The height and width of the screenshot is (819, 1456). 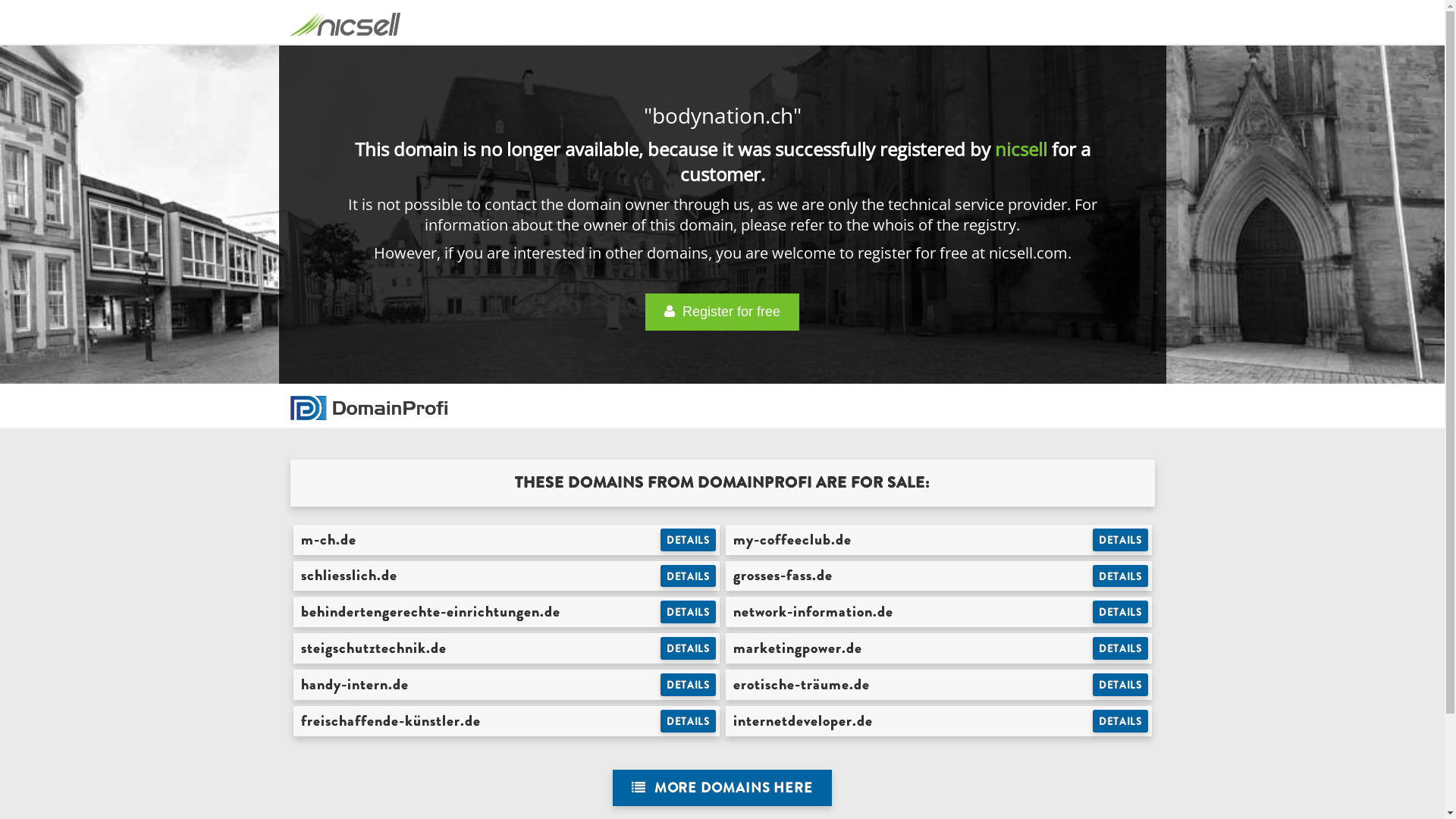 What do you see at coordinates (660, 648) in the screenshot?
I see `'DETAILS'` at bounding box center [660, 648].